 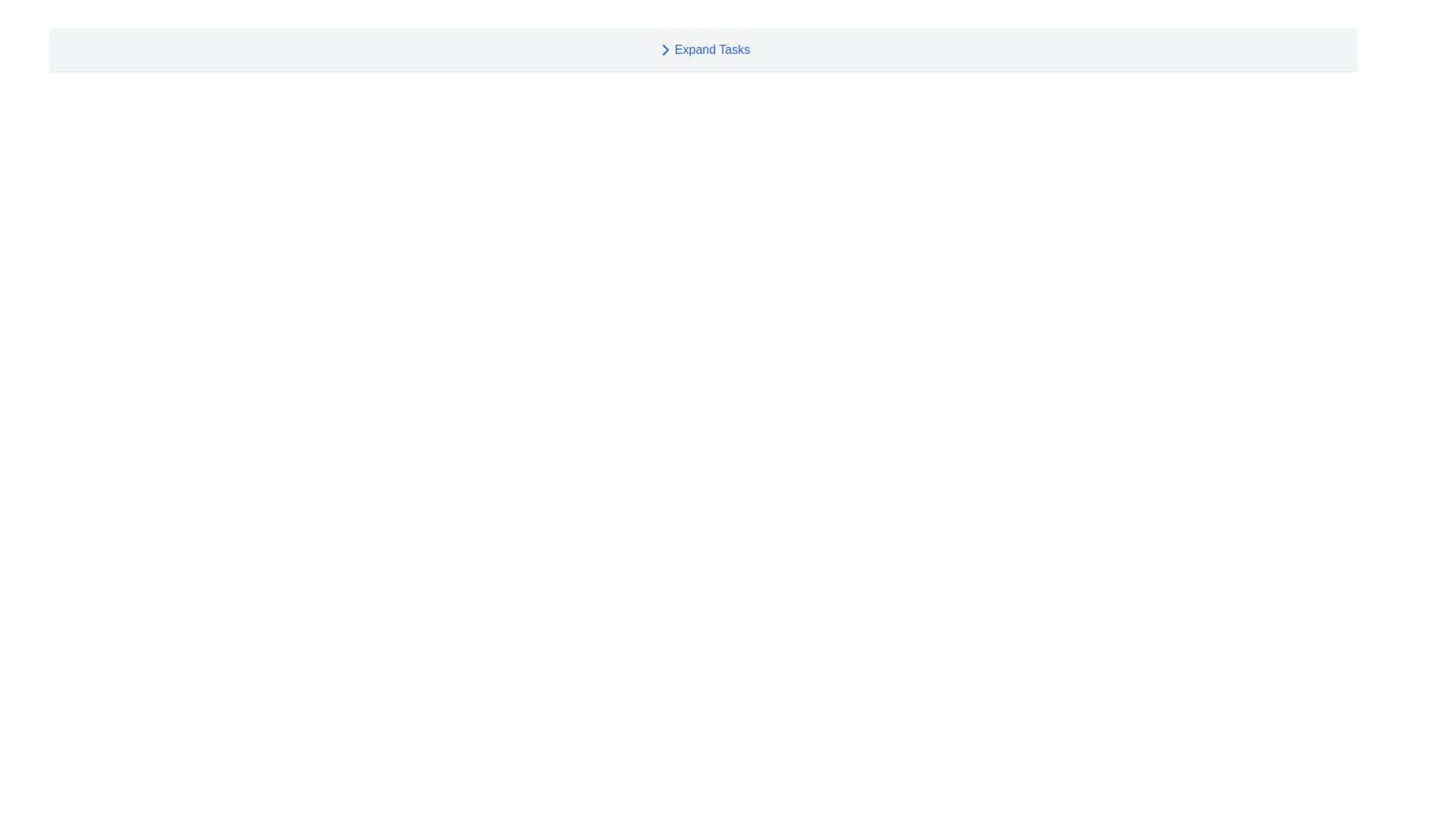 What do you see at coordinates (665, 49) in the screenshot?
I see `the blue chevron arrow icon located to the left of the 'Expand Tasks' text` at bounding box center [665, 49].